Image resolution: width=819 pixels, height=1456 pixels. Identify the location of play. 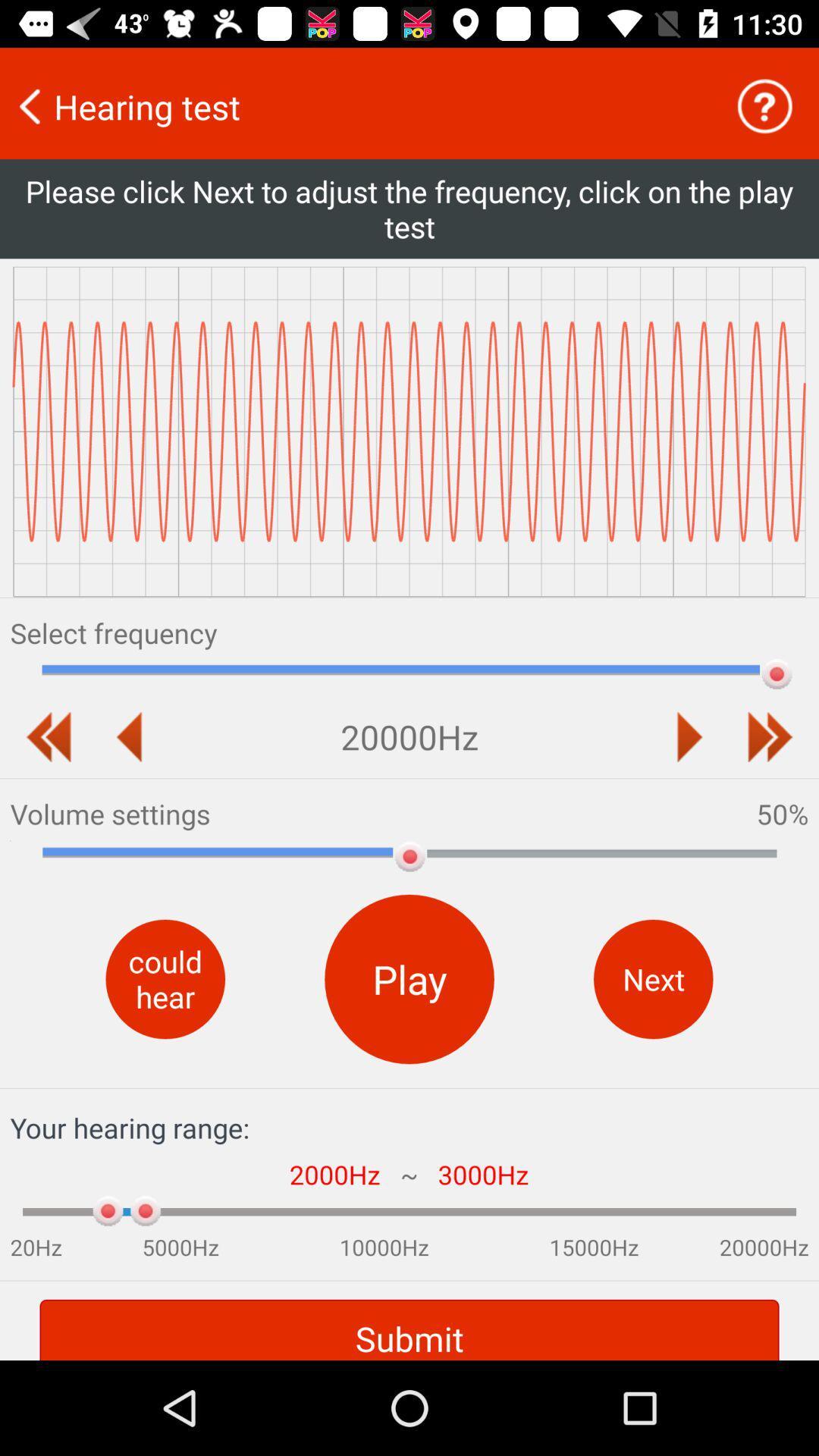
(689, 736).